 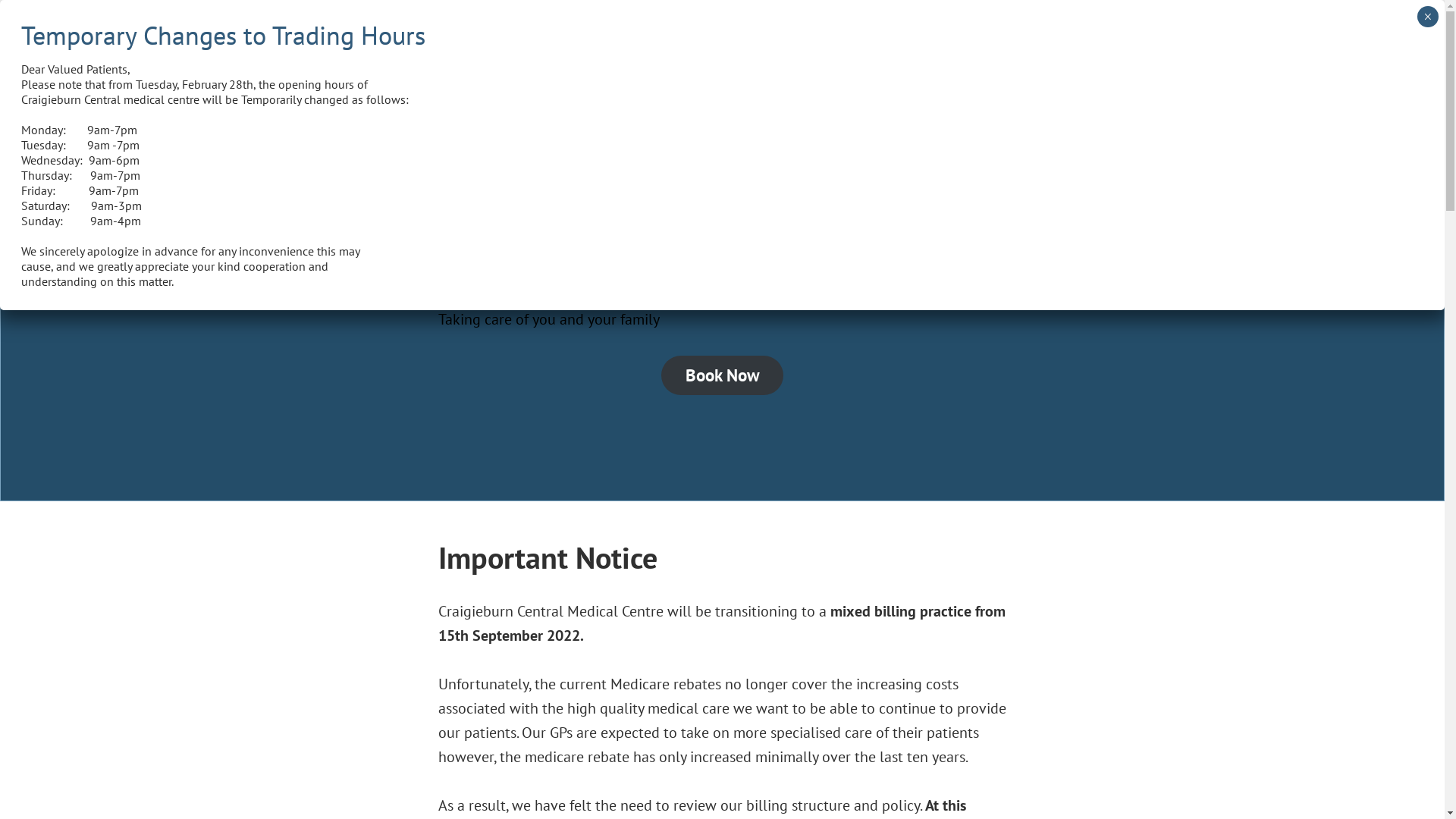 I want to click on 'Craigieburn Central Medical Centre', so click(x=538, y=99).